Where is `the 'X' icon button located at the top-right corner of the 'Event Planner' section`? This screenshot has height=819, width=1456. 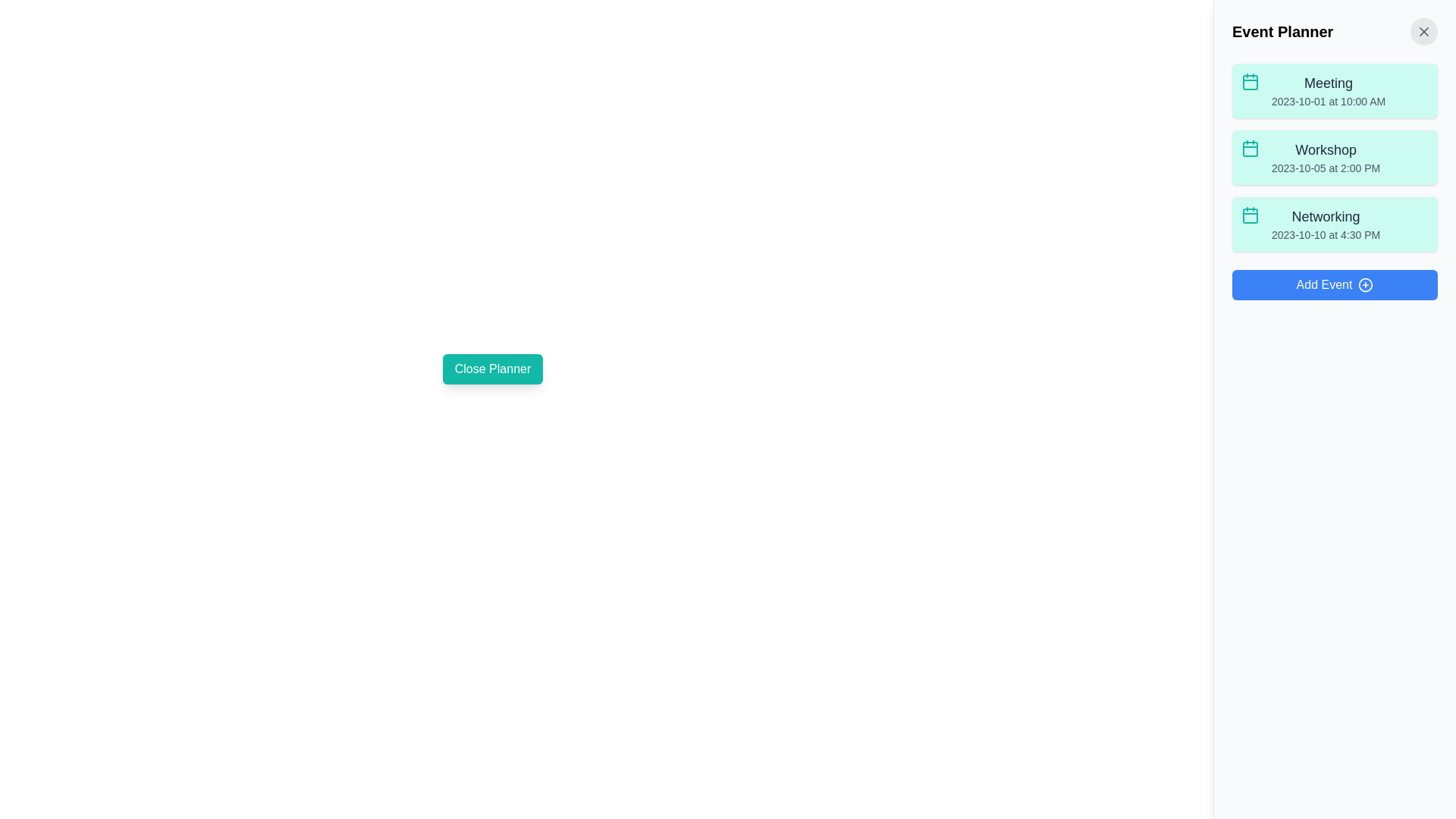 the 'X' icon button located at the top-right corner of the 'Event Planner' section is located at coordinates (1423, 32).